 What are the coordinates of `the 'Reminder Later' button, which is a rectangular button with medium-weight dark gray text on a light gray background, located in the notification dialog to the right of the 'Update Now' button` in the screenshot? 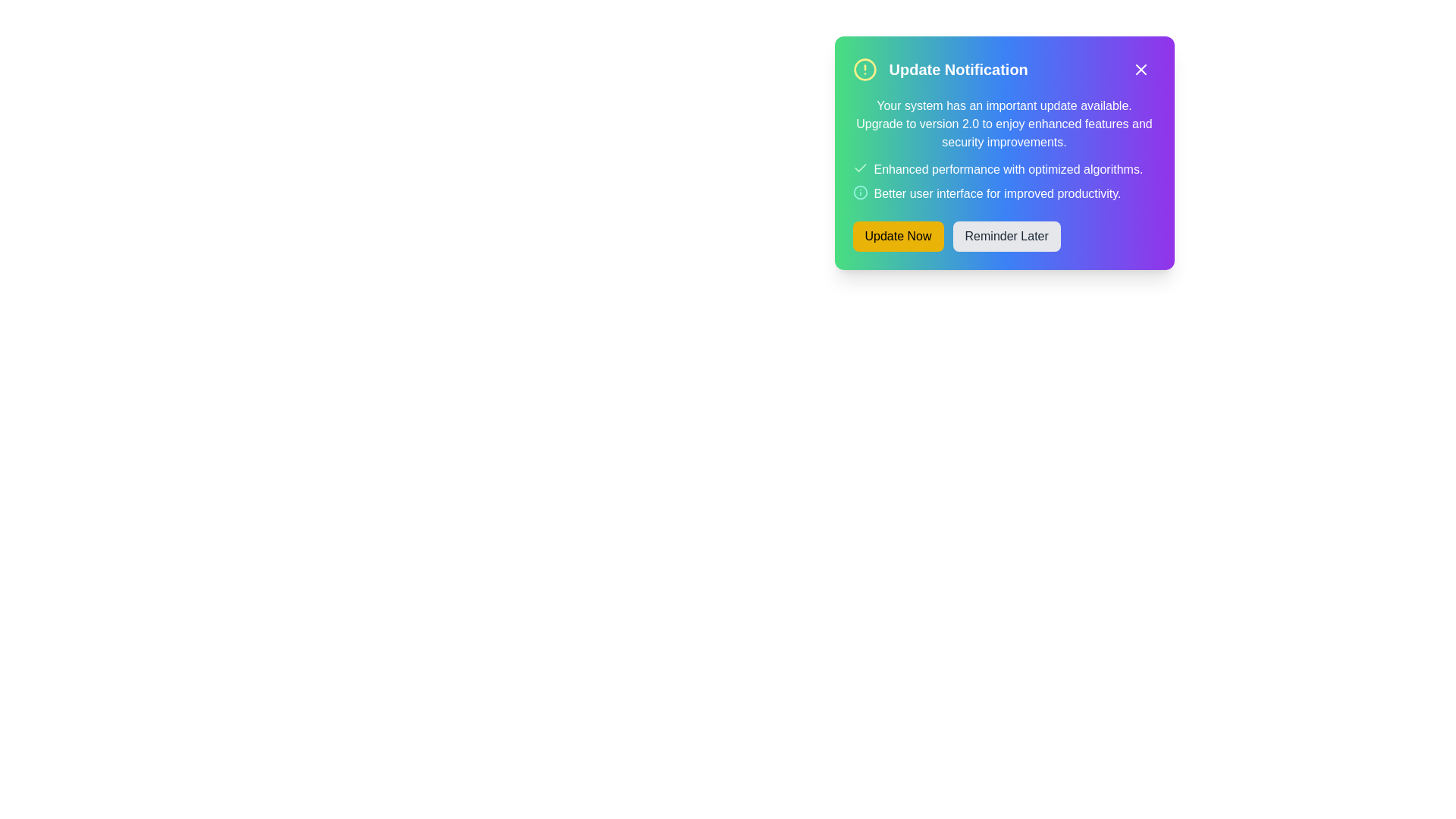 It's located at (1006, 237).